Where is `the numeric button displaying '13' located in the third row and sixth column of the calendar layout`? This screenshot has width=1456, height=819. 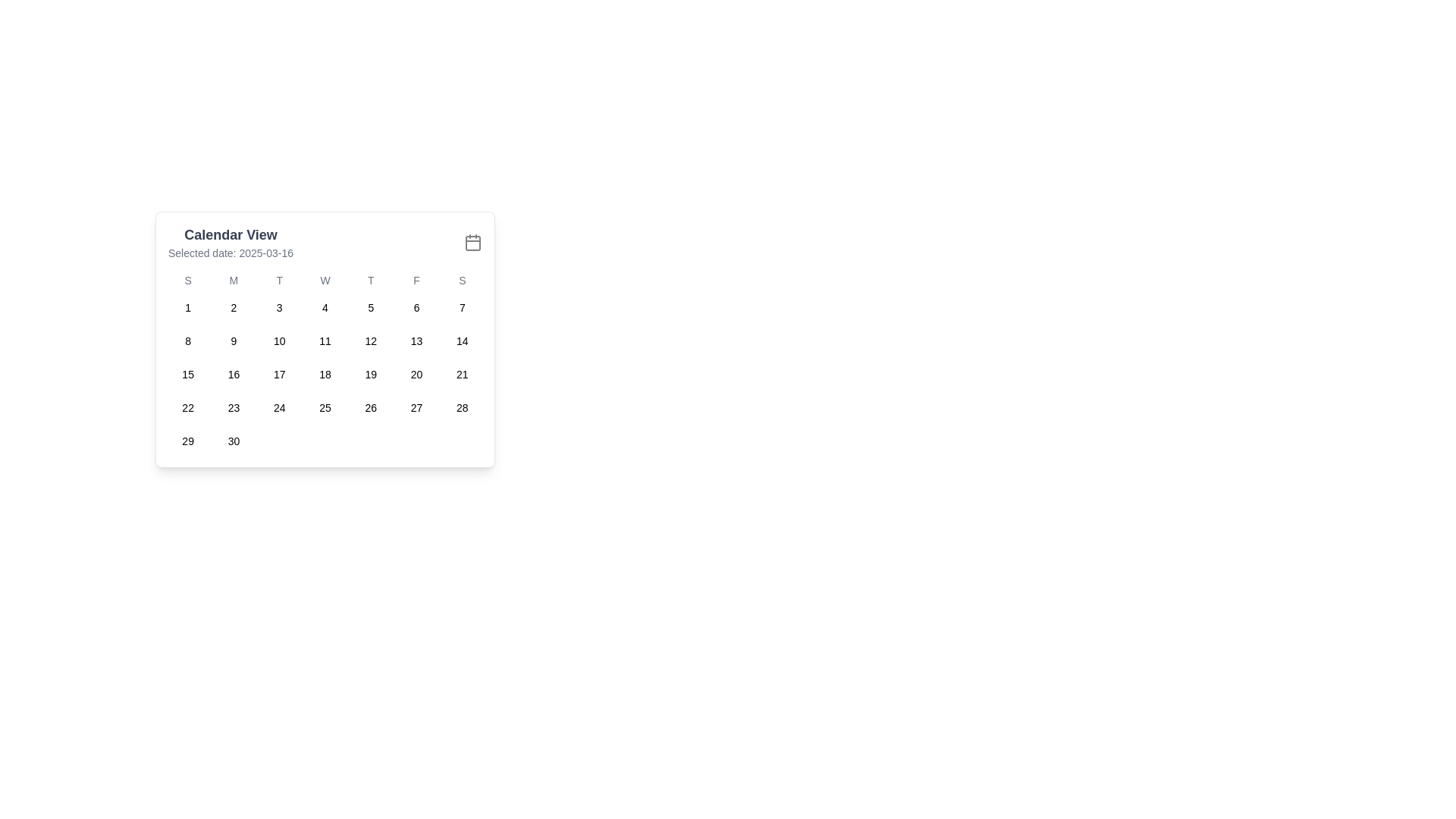 the numeric button displaying '13' located in the third row and sixth column of the calendar layout is located at coordinates (416, 341).